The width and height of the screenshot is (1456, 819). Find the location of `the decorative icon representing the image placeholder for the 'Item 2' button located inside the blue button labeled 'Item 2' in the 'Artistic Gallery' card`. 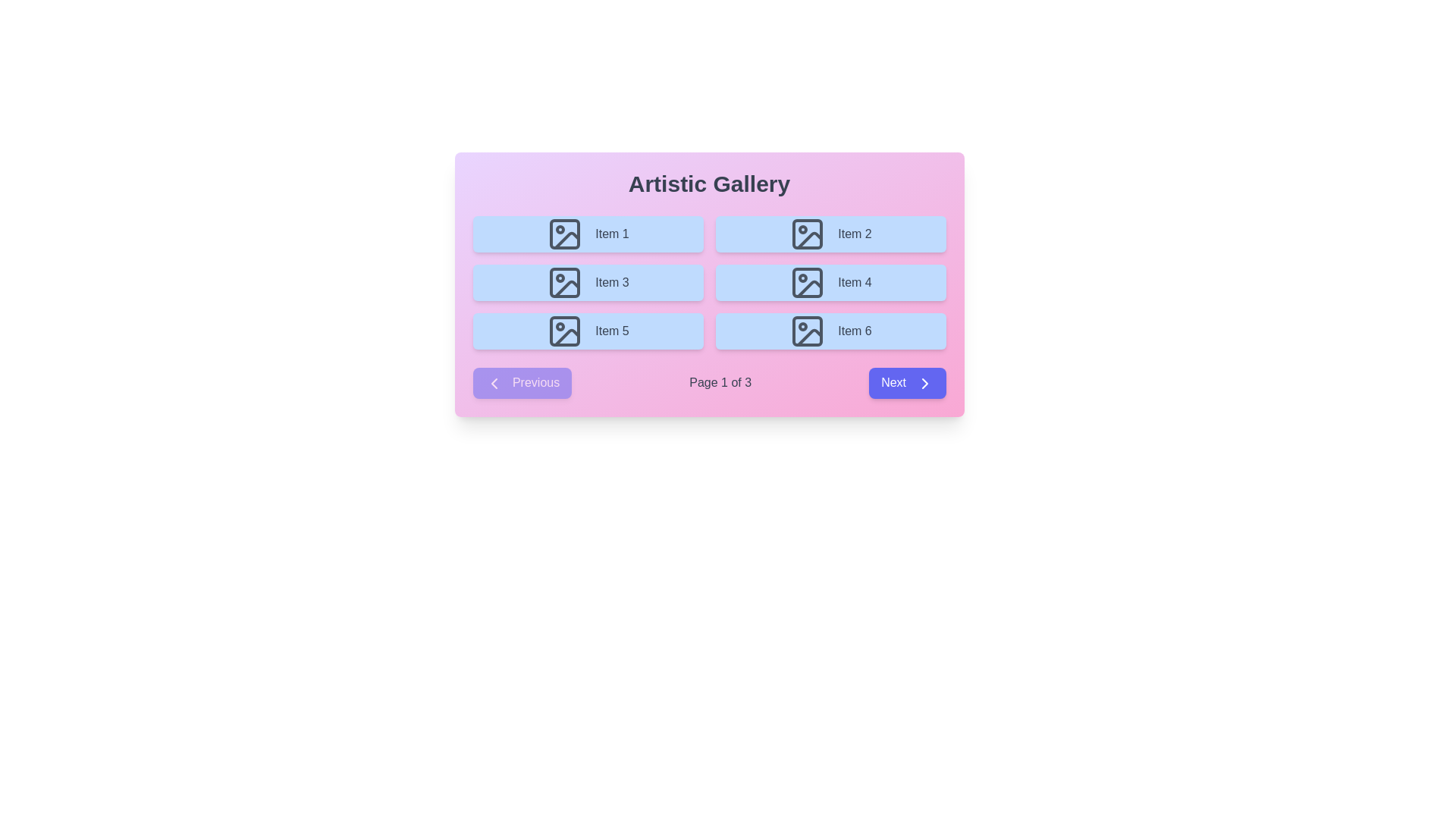

the decorative icon representing the image placeholder for the 'Item 2' button located inside the blue button labeled 'Item 2' in the 'Artistic Gallery' card is located at coordinates (807, 234).